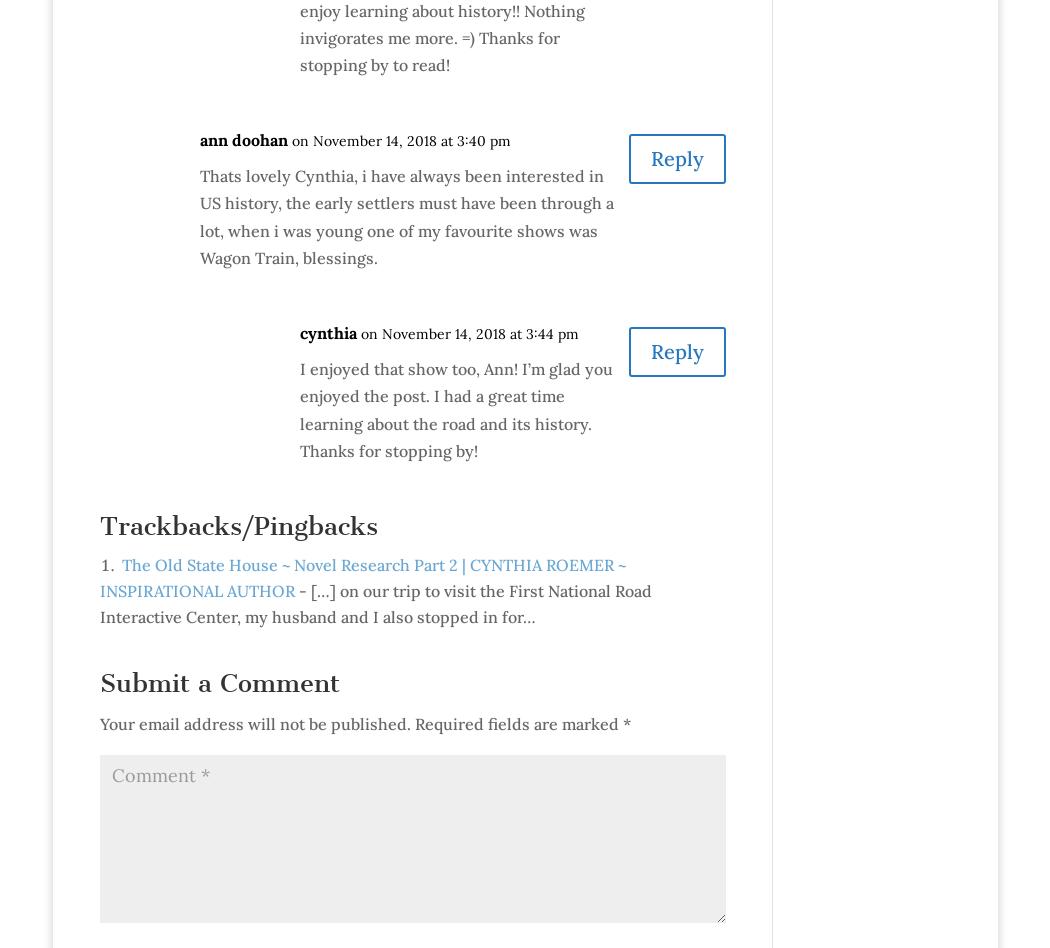 Image resolution: width=1050 pixels, height=948 pixels. What do you see at coordinates (406, 215) in the screenshot?
I see `'Thats lovely Cynthia, i have always been interested in US history, the early settlers must have been through a lot, when i was young one of my favourite shows was Wagon Train, blessings.'` at bounding box center [406, 215].